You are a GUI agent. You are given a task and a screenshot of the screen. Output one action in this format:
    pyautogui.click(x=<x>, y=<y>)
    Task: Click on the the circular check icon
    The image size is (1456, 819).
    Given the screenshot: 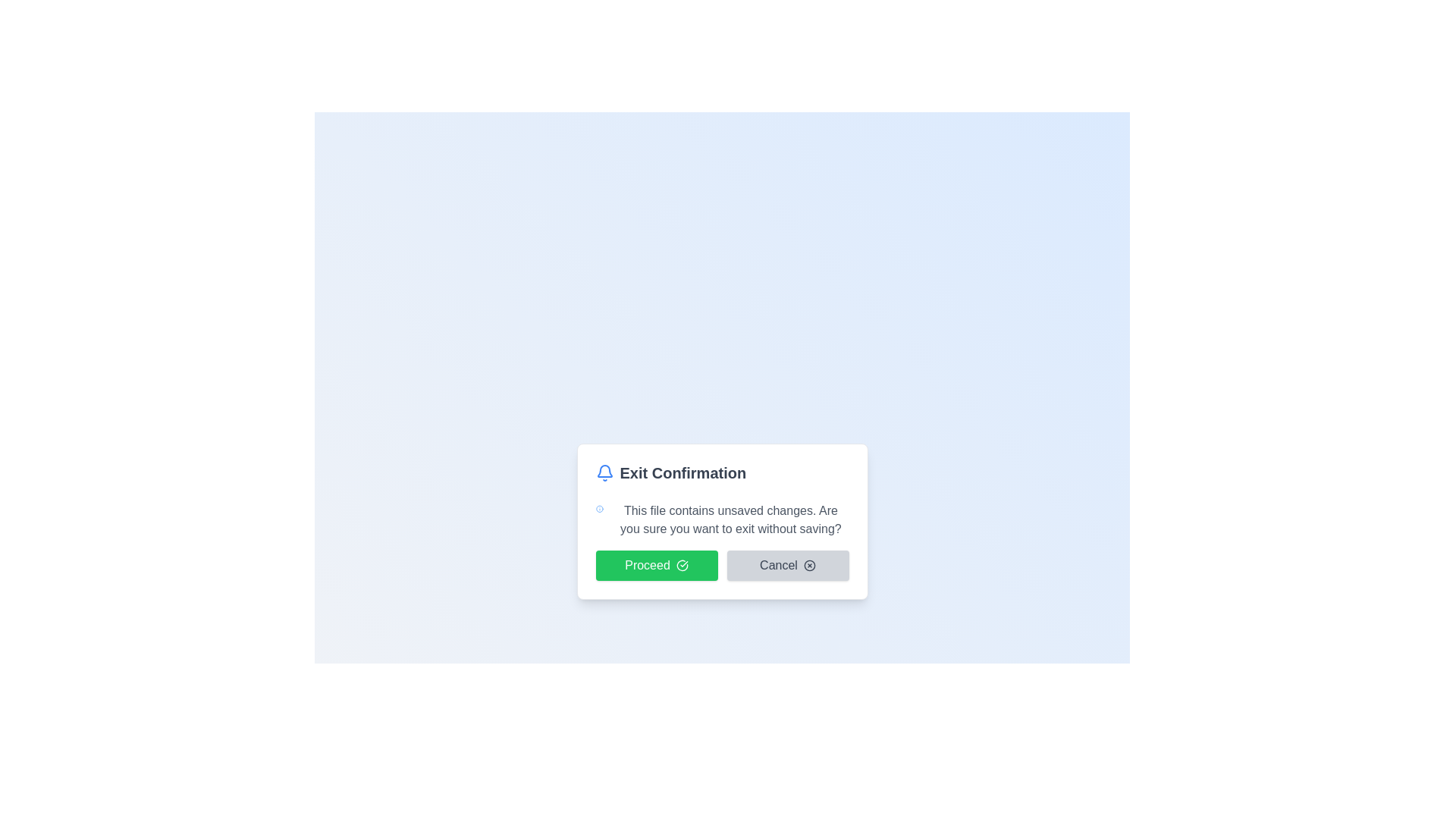 What is the action you would take?
    pyautogui.click(x=681, y=565)
    